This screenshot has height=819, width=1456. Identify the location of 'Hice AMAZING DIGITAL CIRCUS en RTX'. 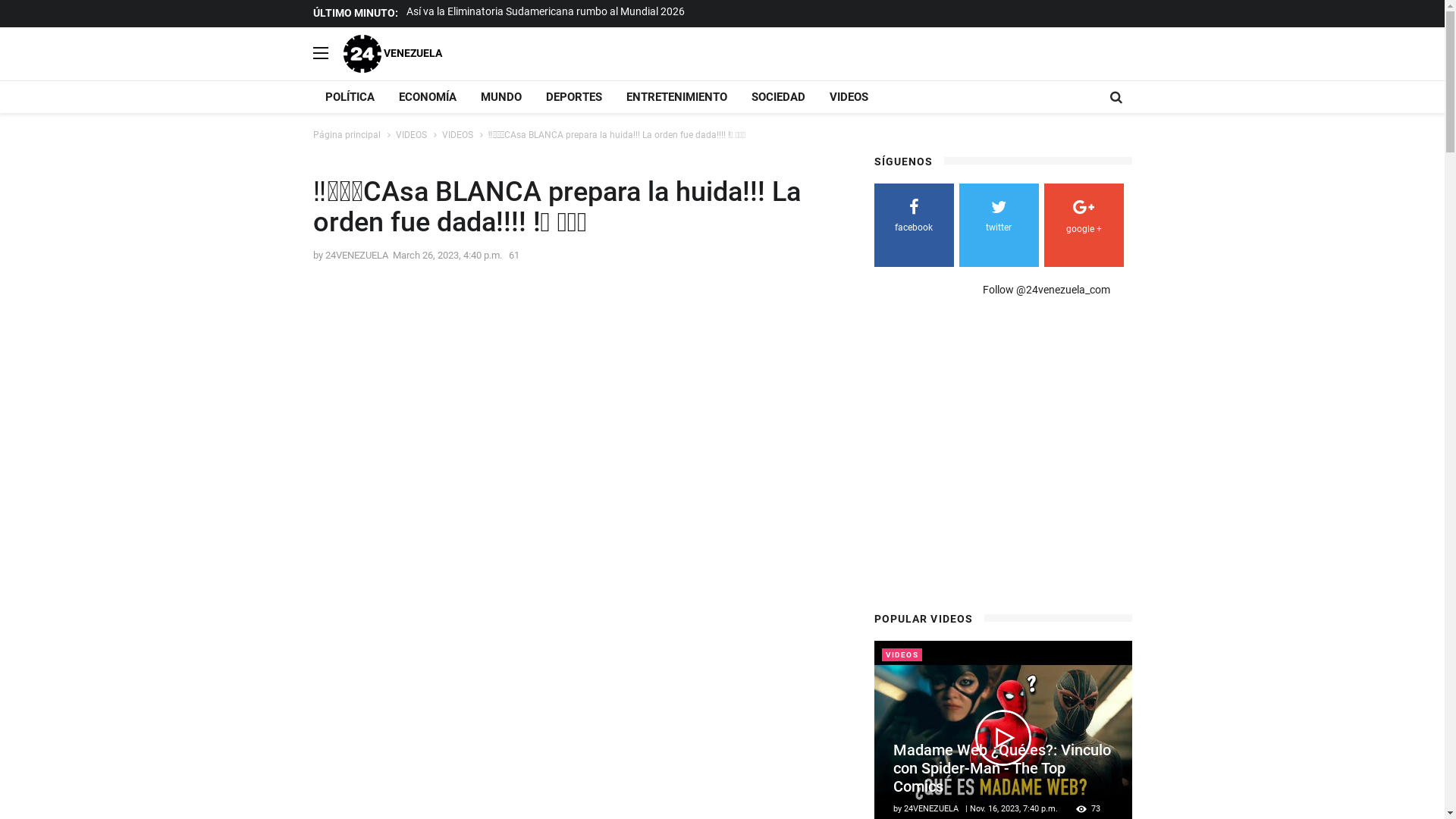
(498, 11).